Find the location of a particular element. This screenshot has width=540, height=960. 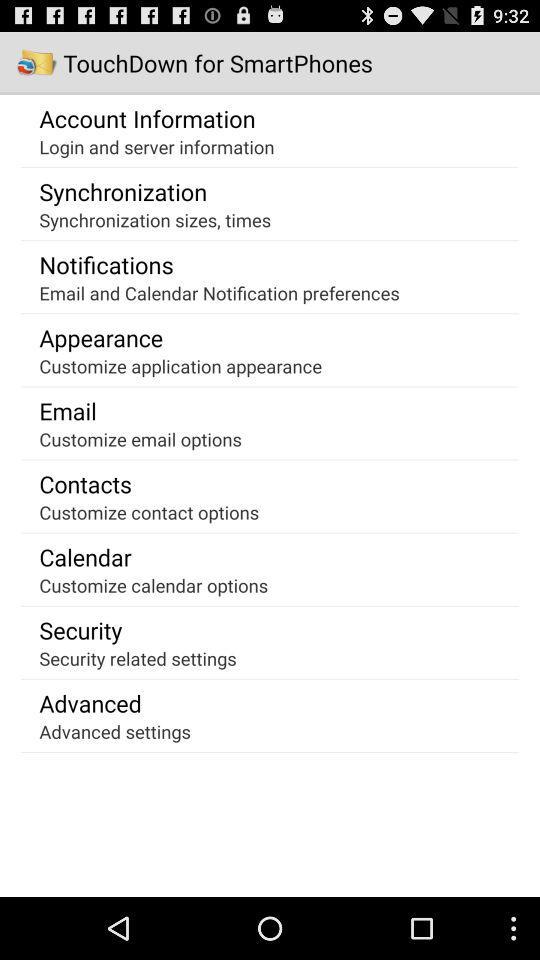

email and calendar icon is located at coordinates (218, 291).